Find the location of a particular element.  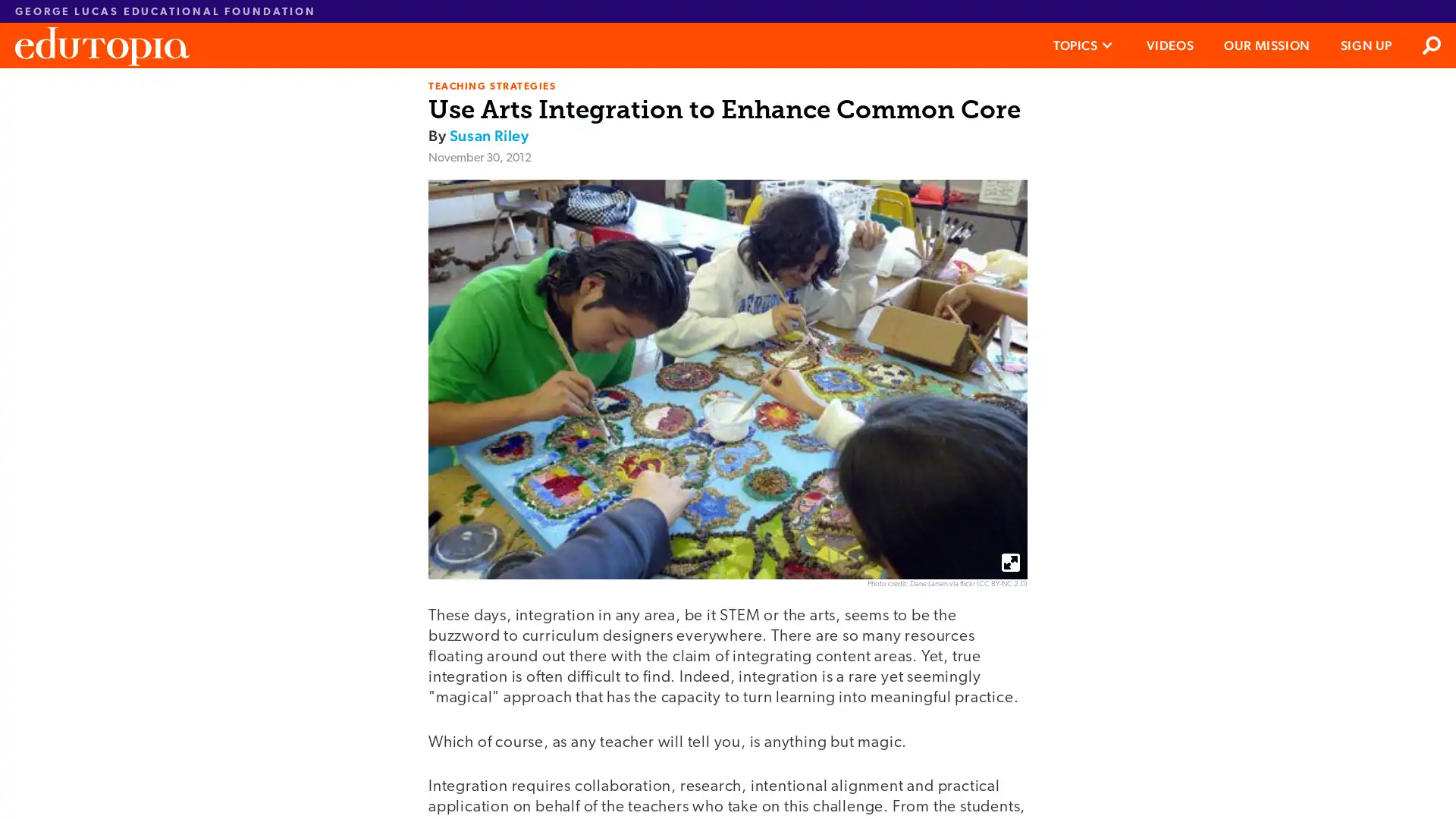

Let's get started is located at coordinates (613, 394).